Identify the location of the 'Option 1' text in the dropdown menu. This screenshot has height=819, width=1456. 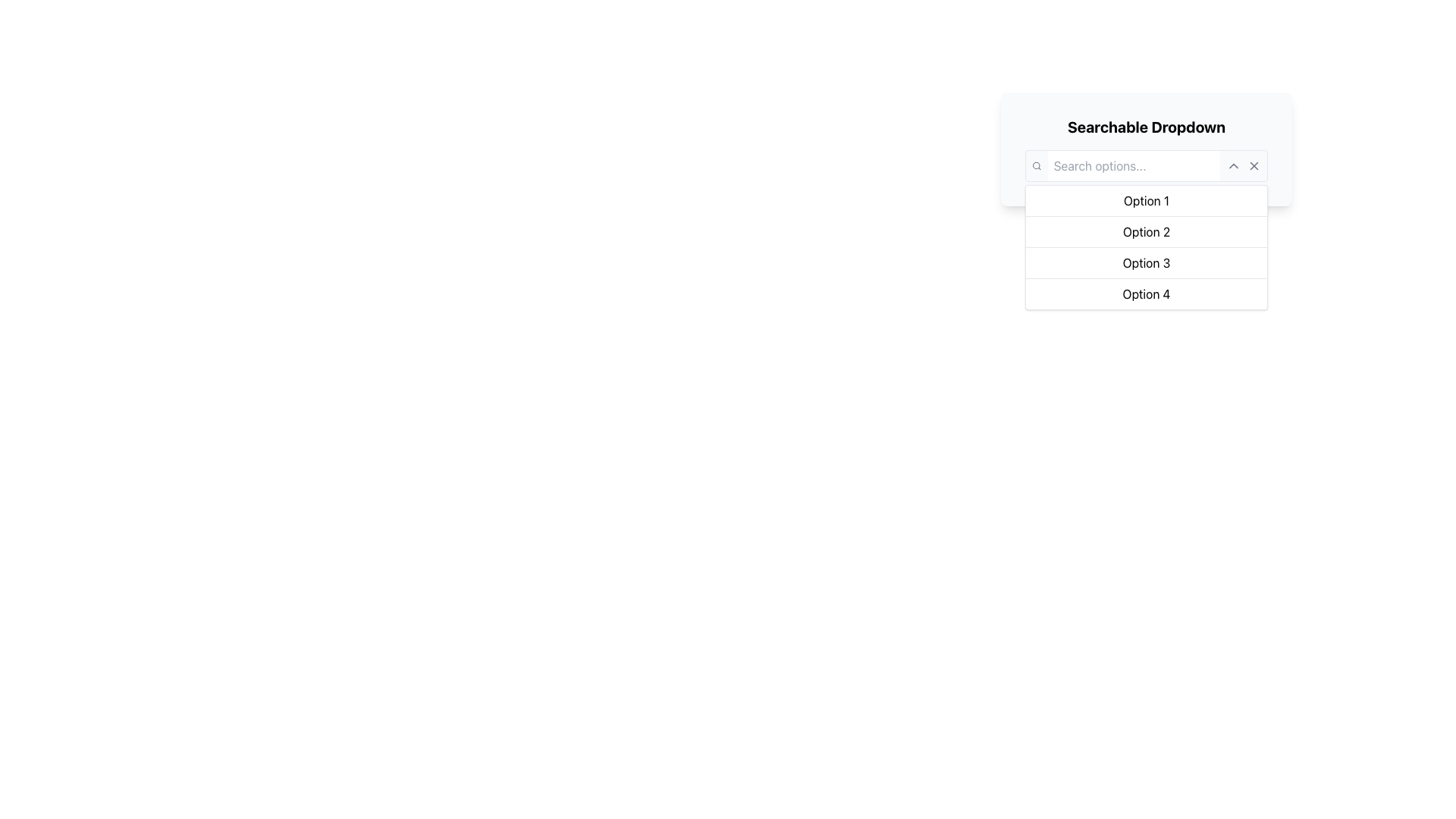
(1147, 200).